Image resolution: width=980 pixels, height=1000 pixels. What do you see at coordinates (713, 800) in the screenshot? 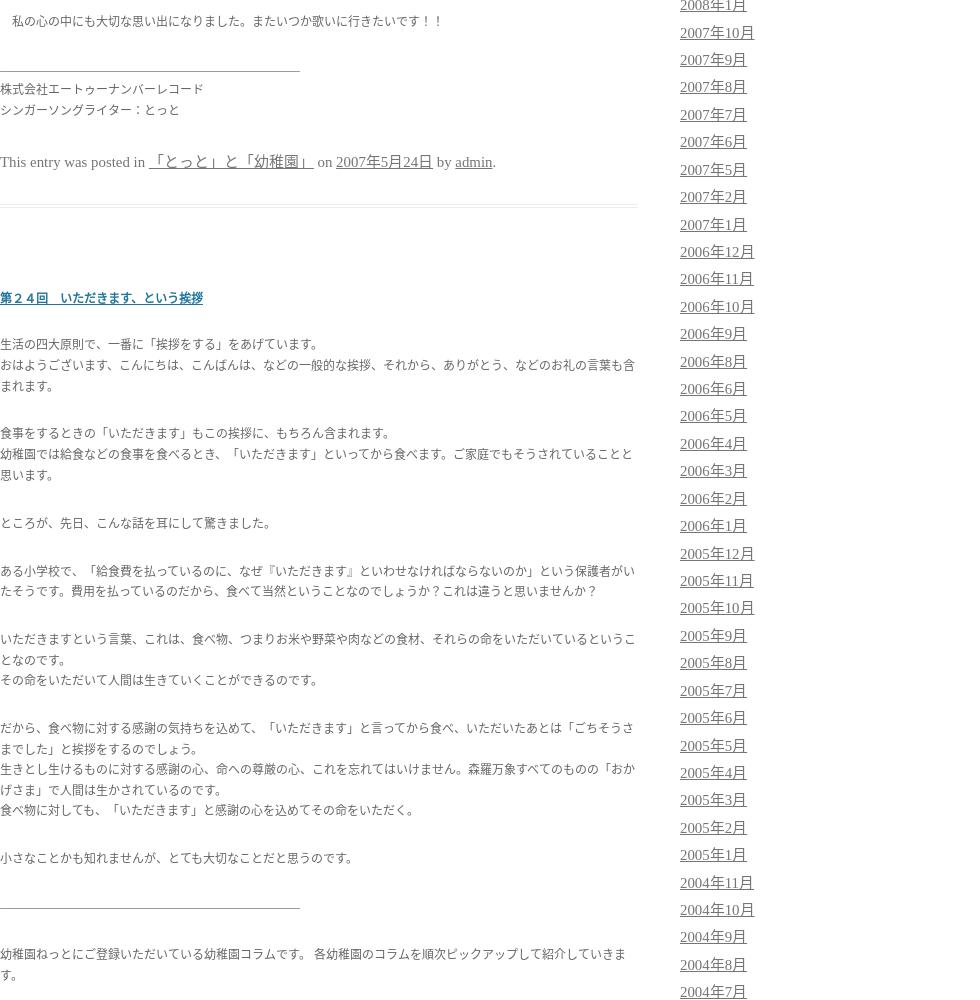
I see `'2005年3月'` at bounding box center [713, 800].